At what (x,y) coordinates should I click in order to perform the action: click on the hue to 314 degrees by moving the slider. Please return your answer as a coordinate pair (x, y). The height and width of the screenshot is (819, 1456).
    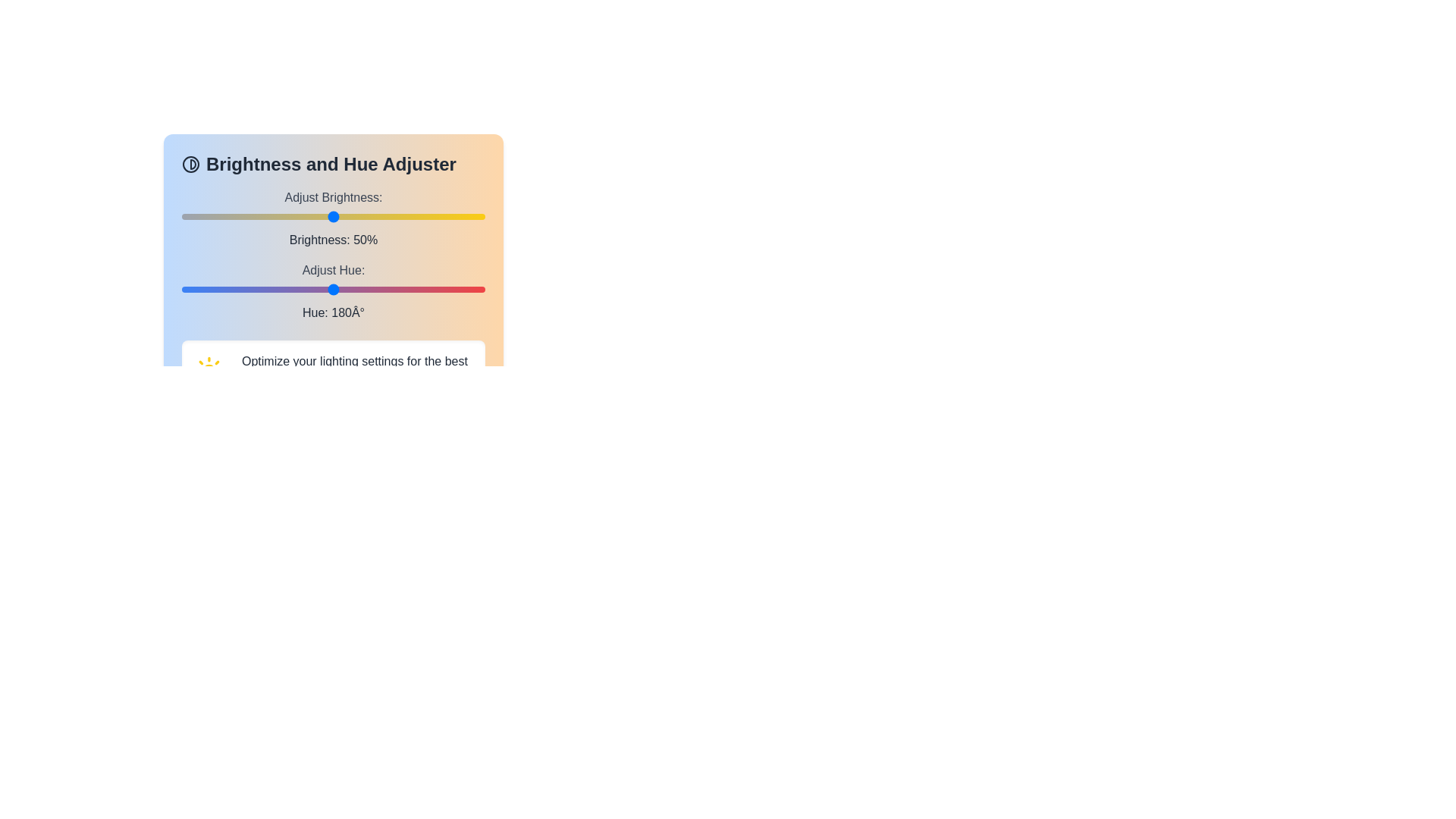
    Looking at the image, I should click on (445, 289).